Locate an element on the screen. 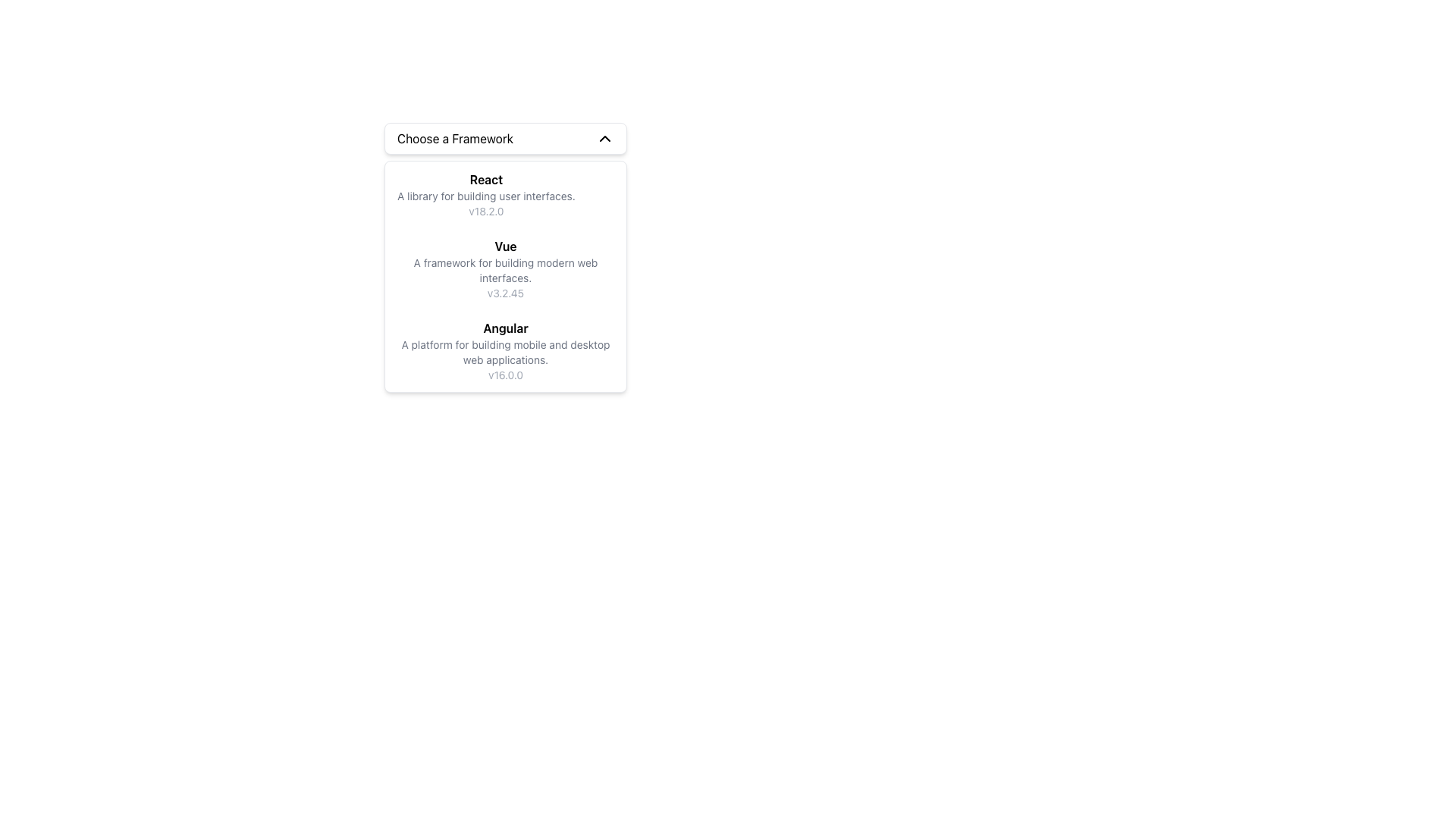  the text label that displays the version number of the 'React' framework, located beneath the description 'A library for building user interfaces.' is located at coordinates (486, 211).